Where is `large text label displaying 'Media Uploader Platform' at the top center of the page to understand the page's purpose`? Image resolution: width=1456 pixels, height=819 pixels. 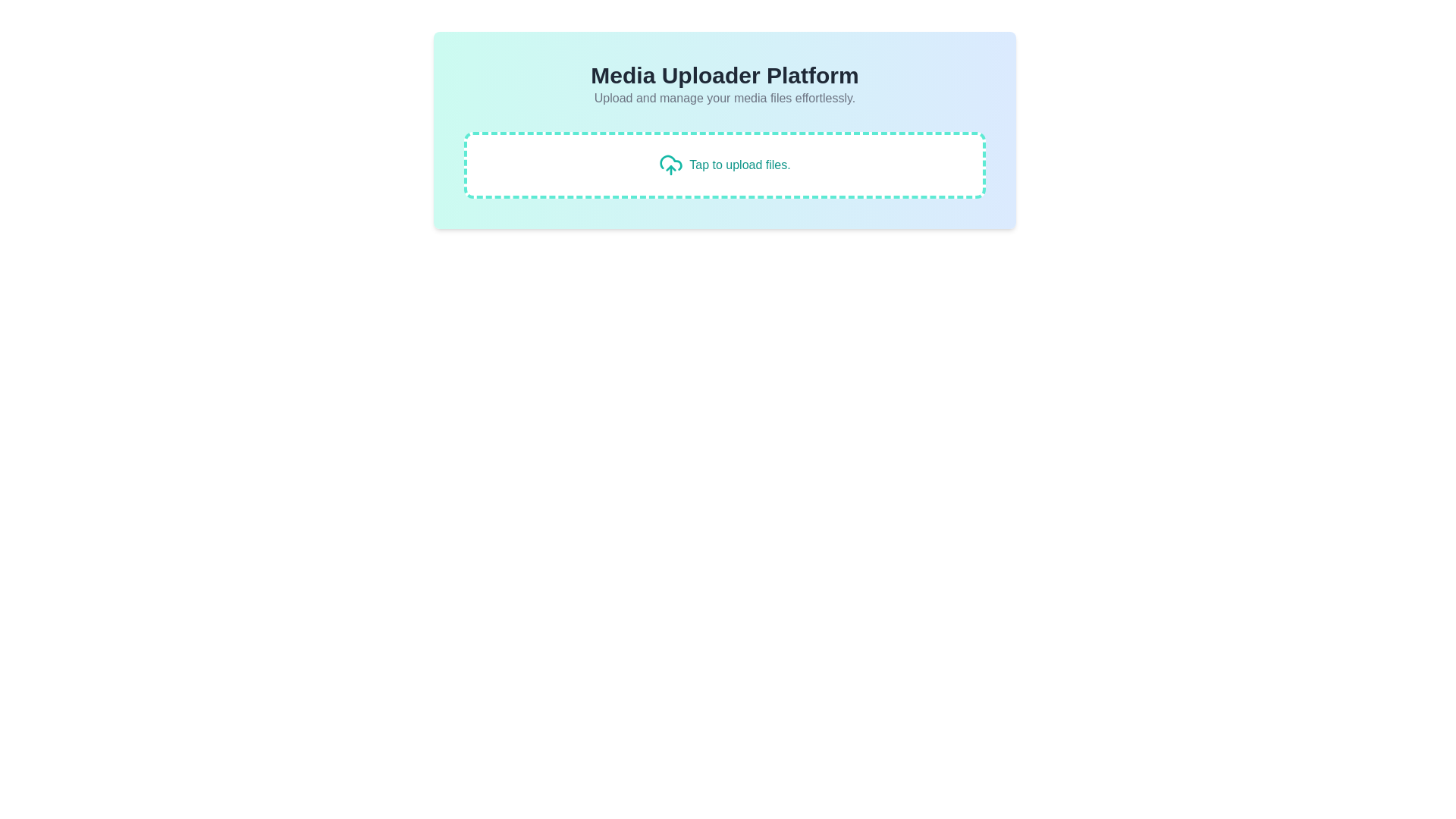 large text label displaying 'Media Uploader Platform' at the top center of the page to understand the page's purpose is located at coordinates (723, 76).